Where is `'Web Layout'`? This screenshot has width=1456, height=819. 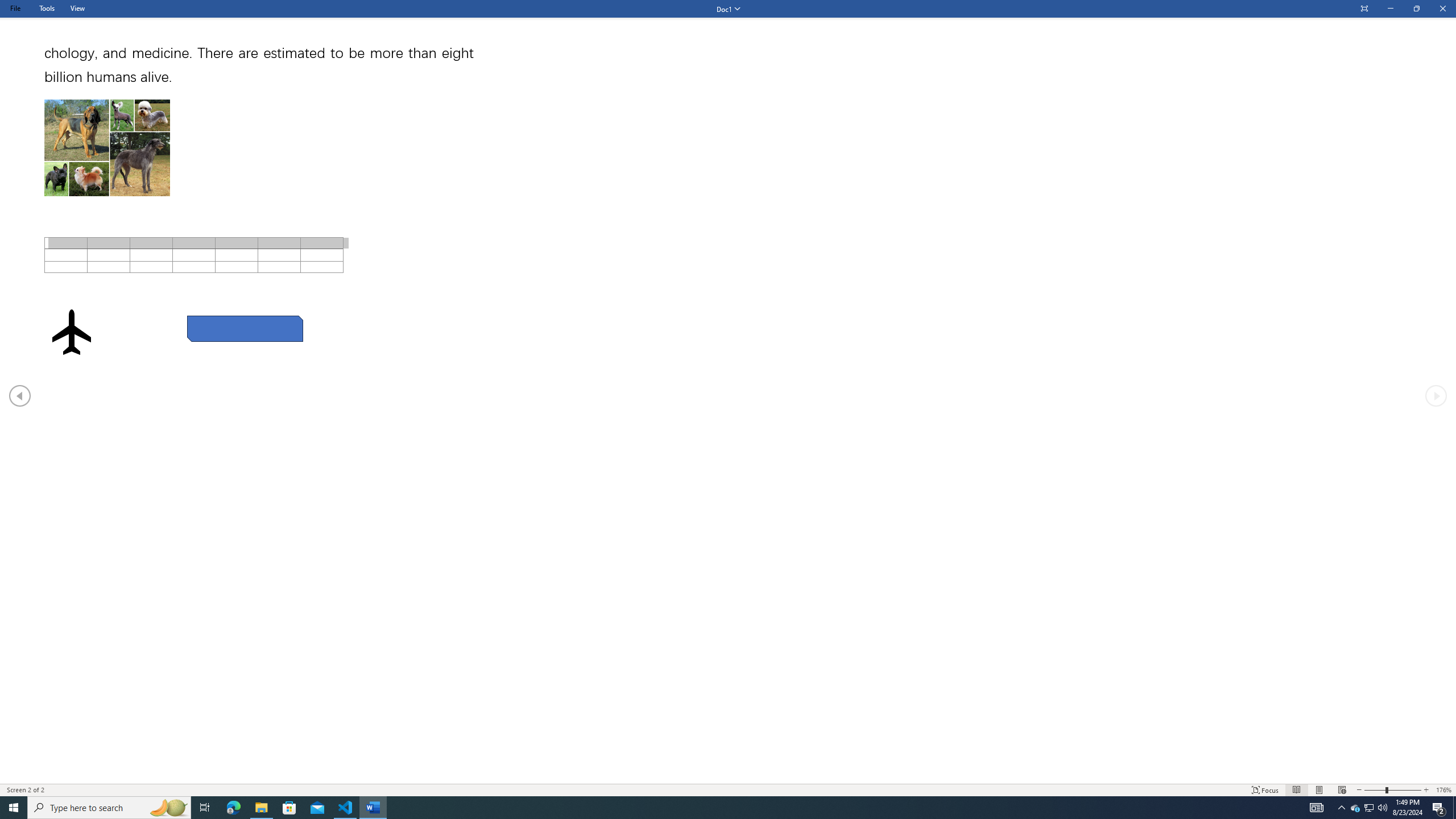 'Web Layout' is located at coordinates (1342, 790).